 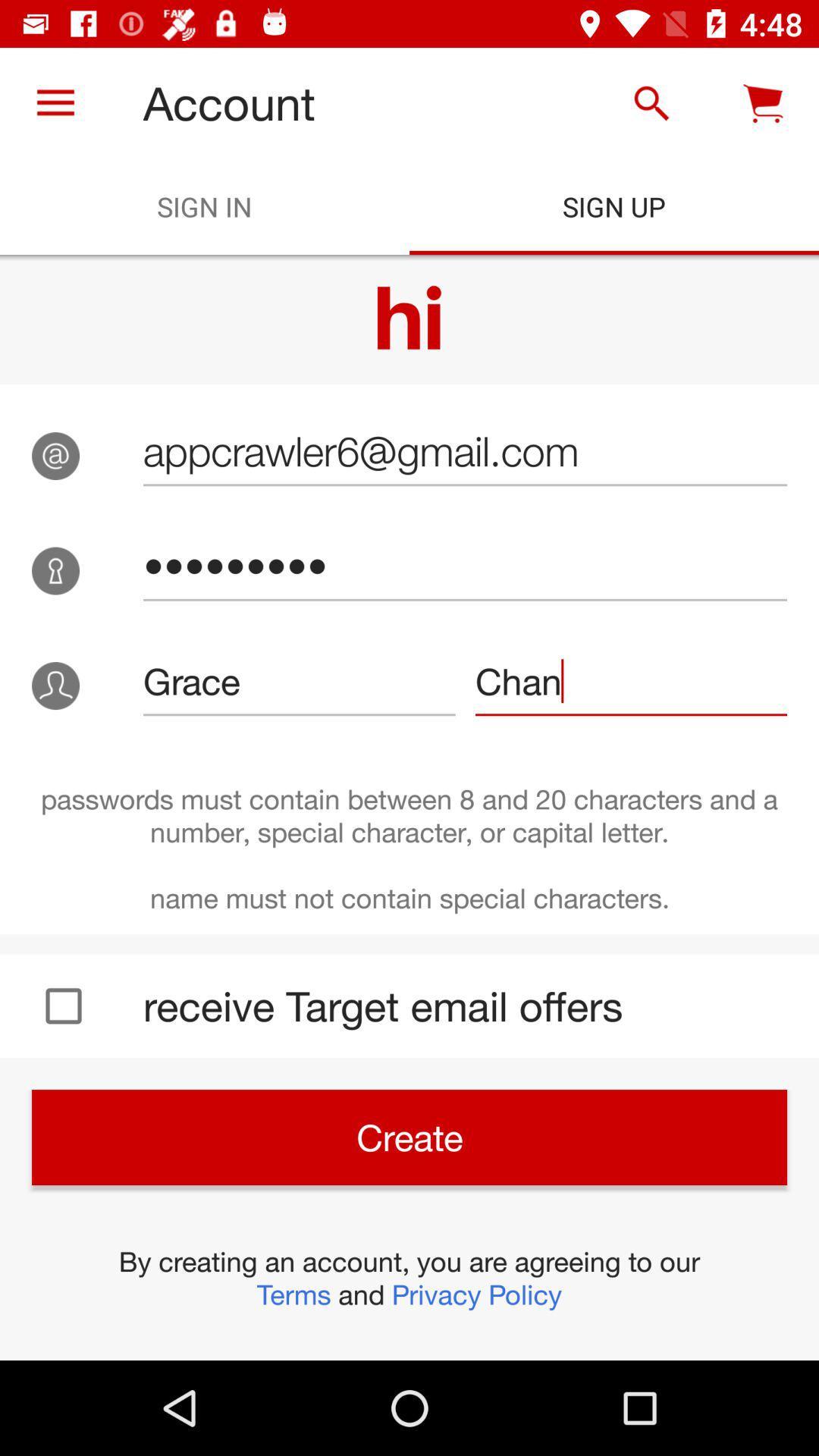 I want to click on icon to the left of account, so click(x=55, y=102).